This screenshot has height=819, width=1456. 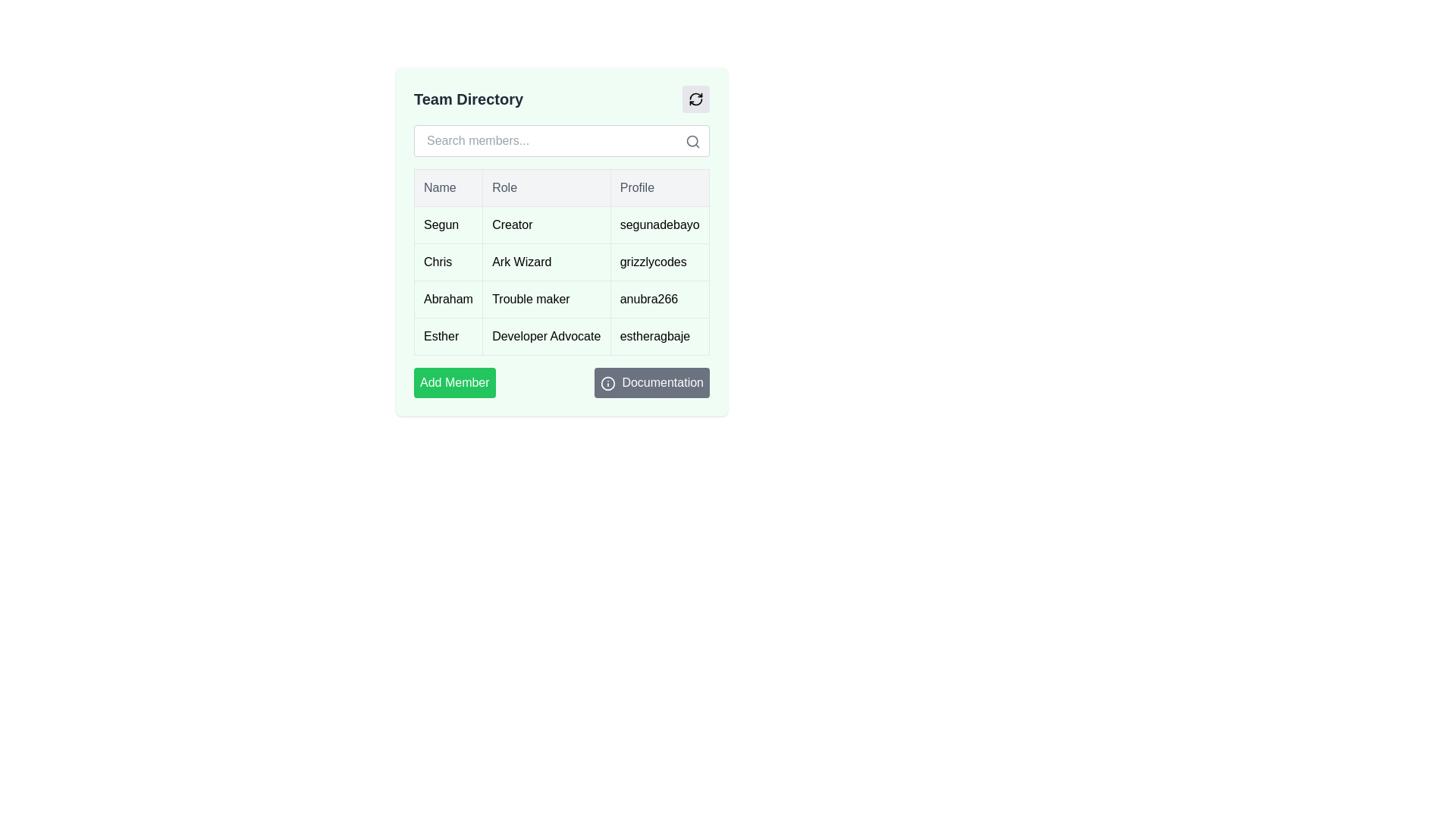 What do you see at coordinates (695, 99) in the screenshot?
I see `the reload icon located in the top right corner of the 'Team Directory' card` at bounding box center [695, 99].